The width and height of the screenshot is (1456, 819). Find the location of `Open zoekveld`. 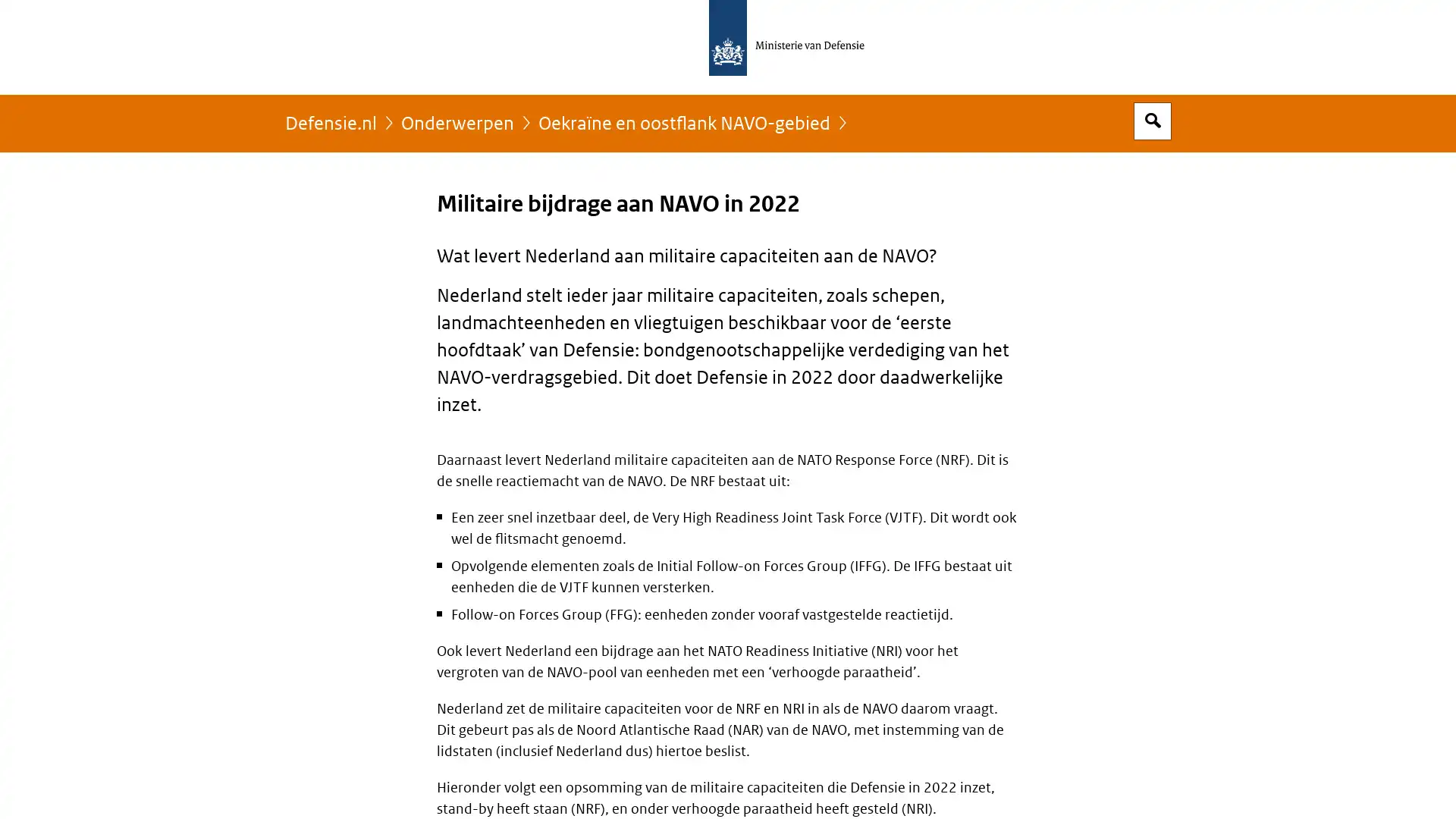

Open zoekveld is located at coordinates (1153, 120).